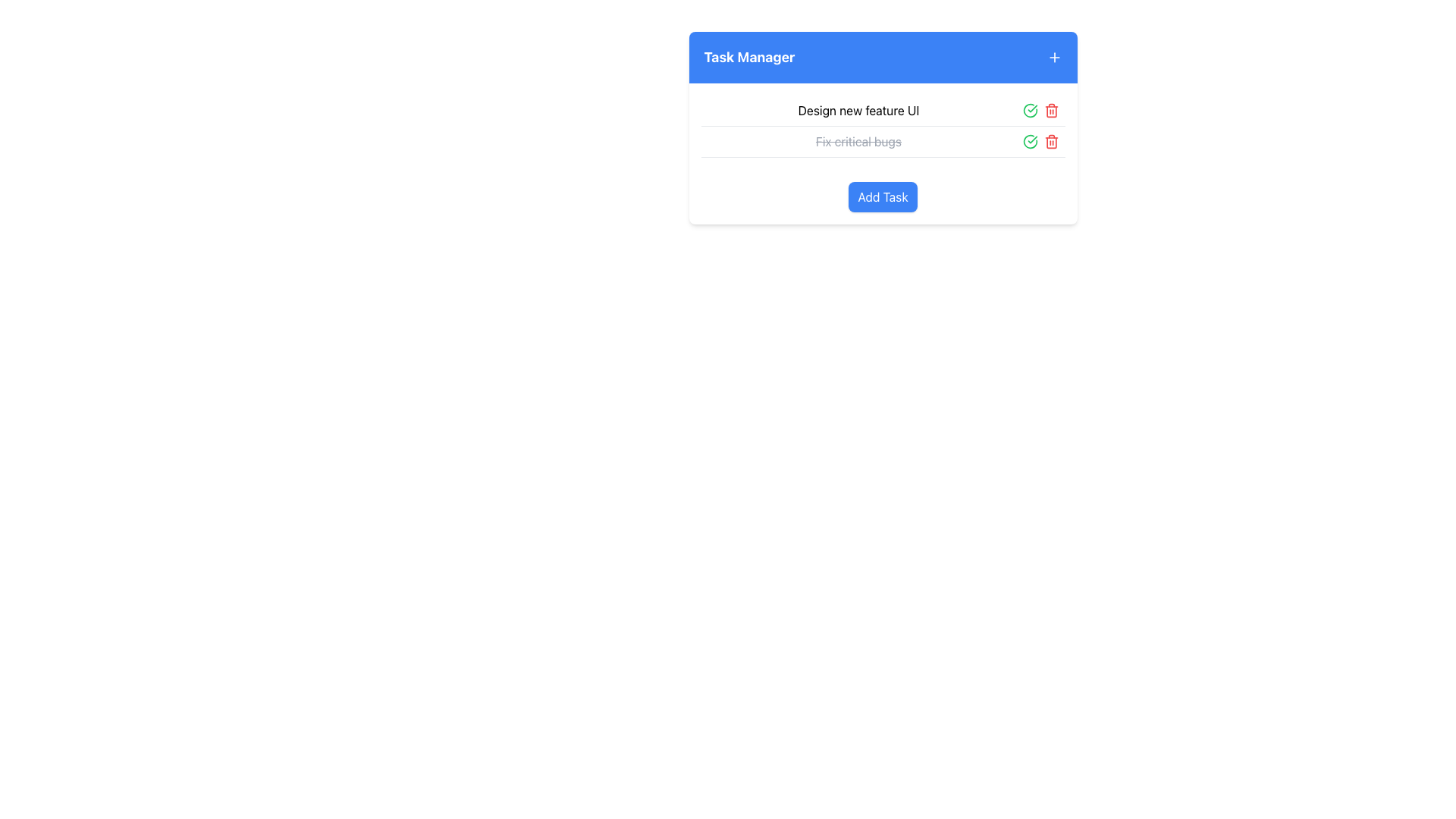 This screenshot has height=819, width=1456. I want to click on the blue 'Add Task' button located at the bottom of the task list panel to change its appearance, so click(883, 196).